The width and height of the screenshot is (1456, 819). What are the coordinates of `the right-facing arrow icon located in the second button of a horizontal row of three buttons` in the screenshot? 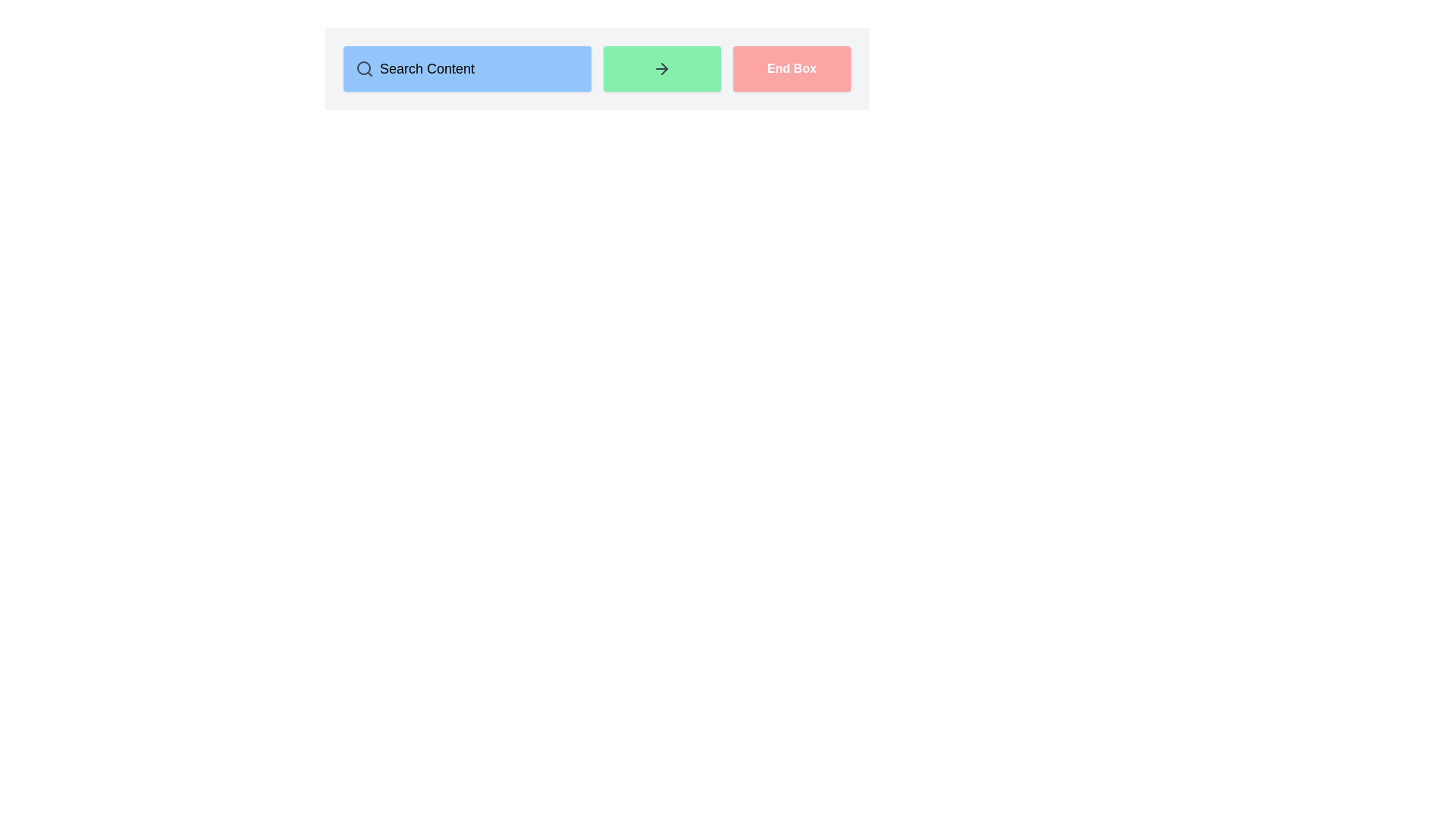 It's located at (662, 69).